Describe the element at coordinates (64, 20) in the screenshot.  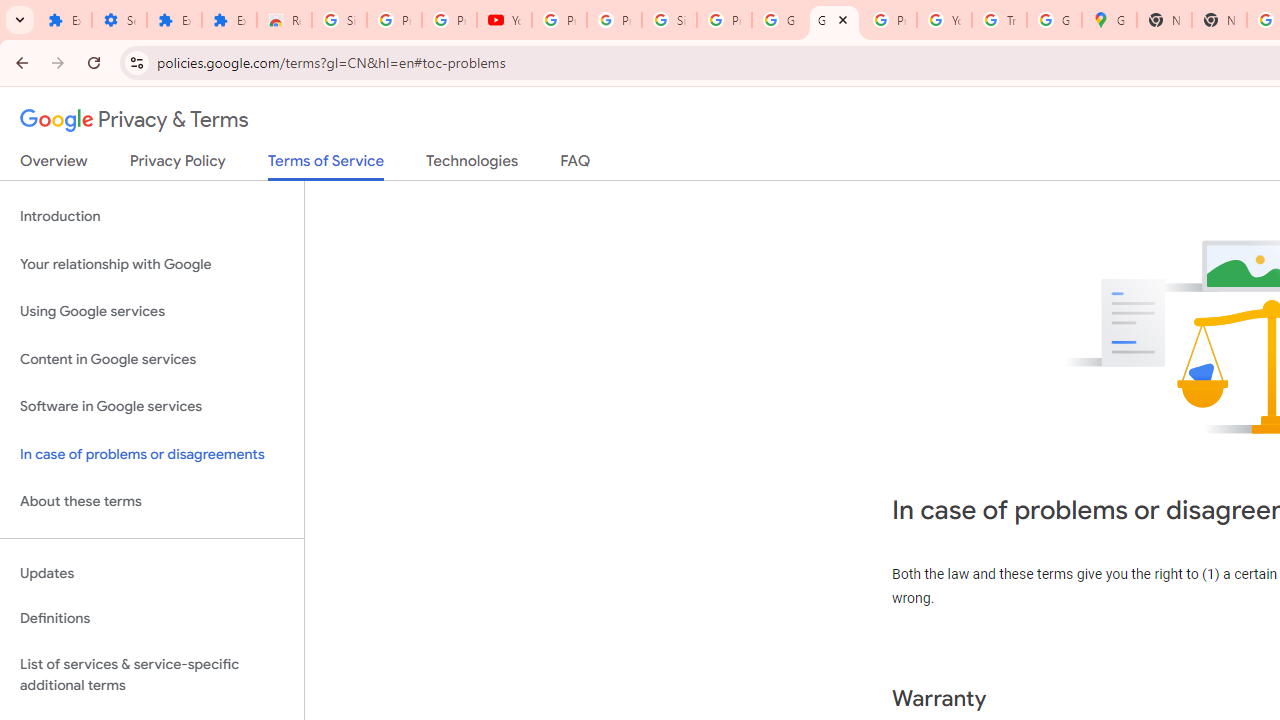
I see `'Extensions'` at that location.